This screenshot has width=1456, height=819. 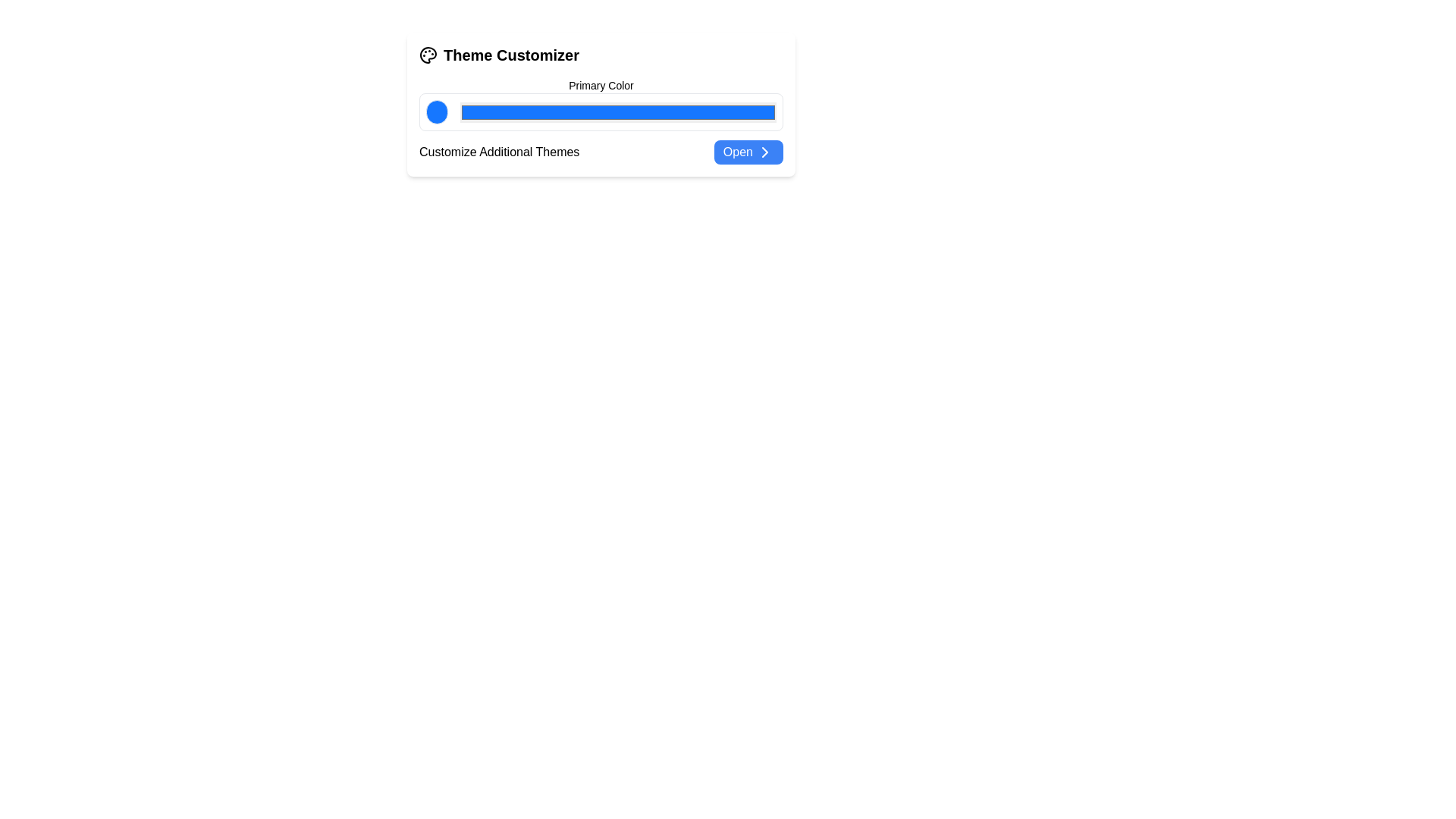 What do you see at coordinates (600, 104) in the screenshot?
I see `the color from the Interactive color selector located beneath the 'Primary Color' label in the 'Theme Customizer' interface` at bounding box center [600, 104].